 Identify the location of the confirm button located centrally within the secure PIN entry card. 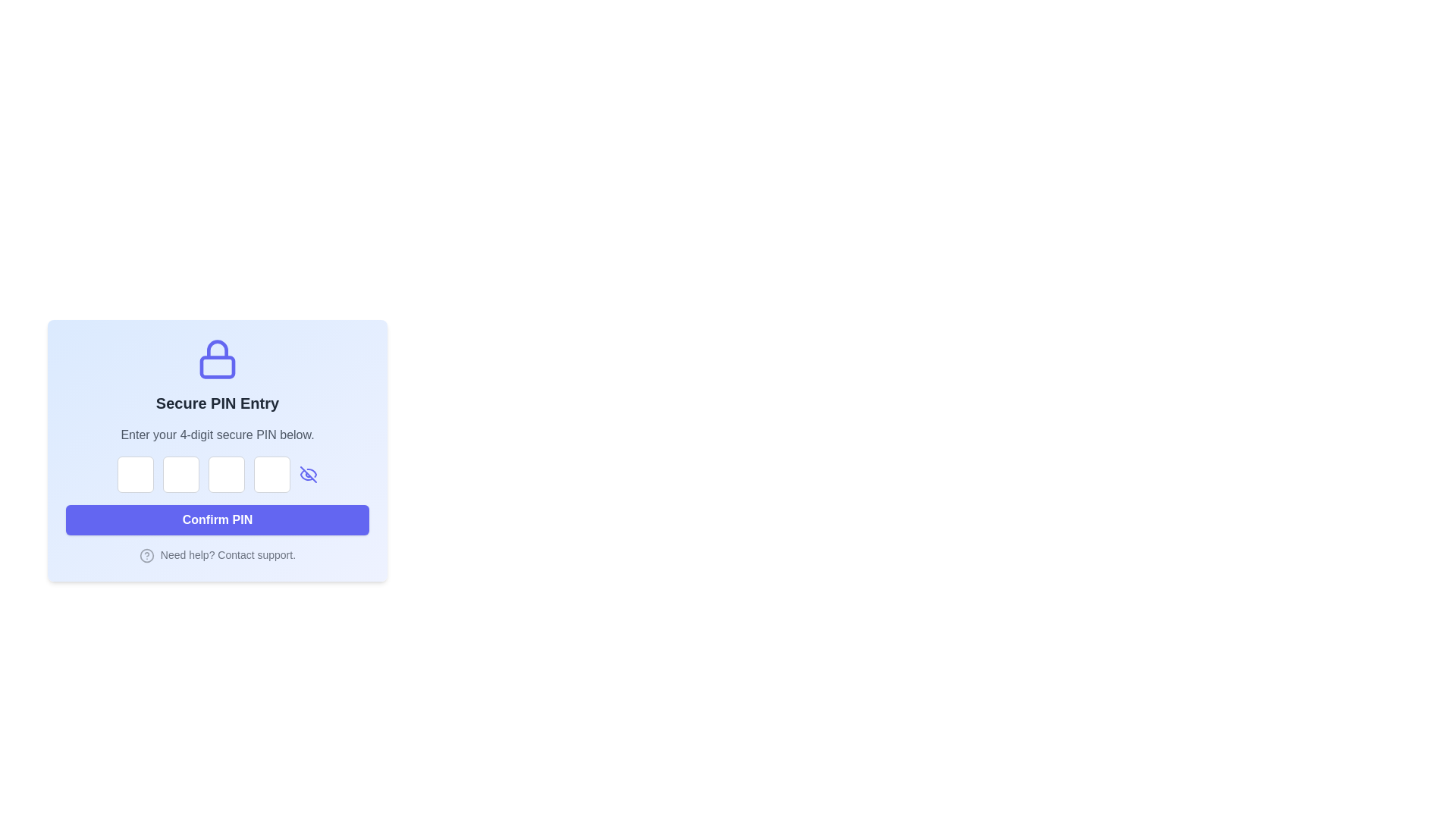
(217, 519).